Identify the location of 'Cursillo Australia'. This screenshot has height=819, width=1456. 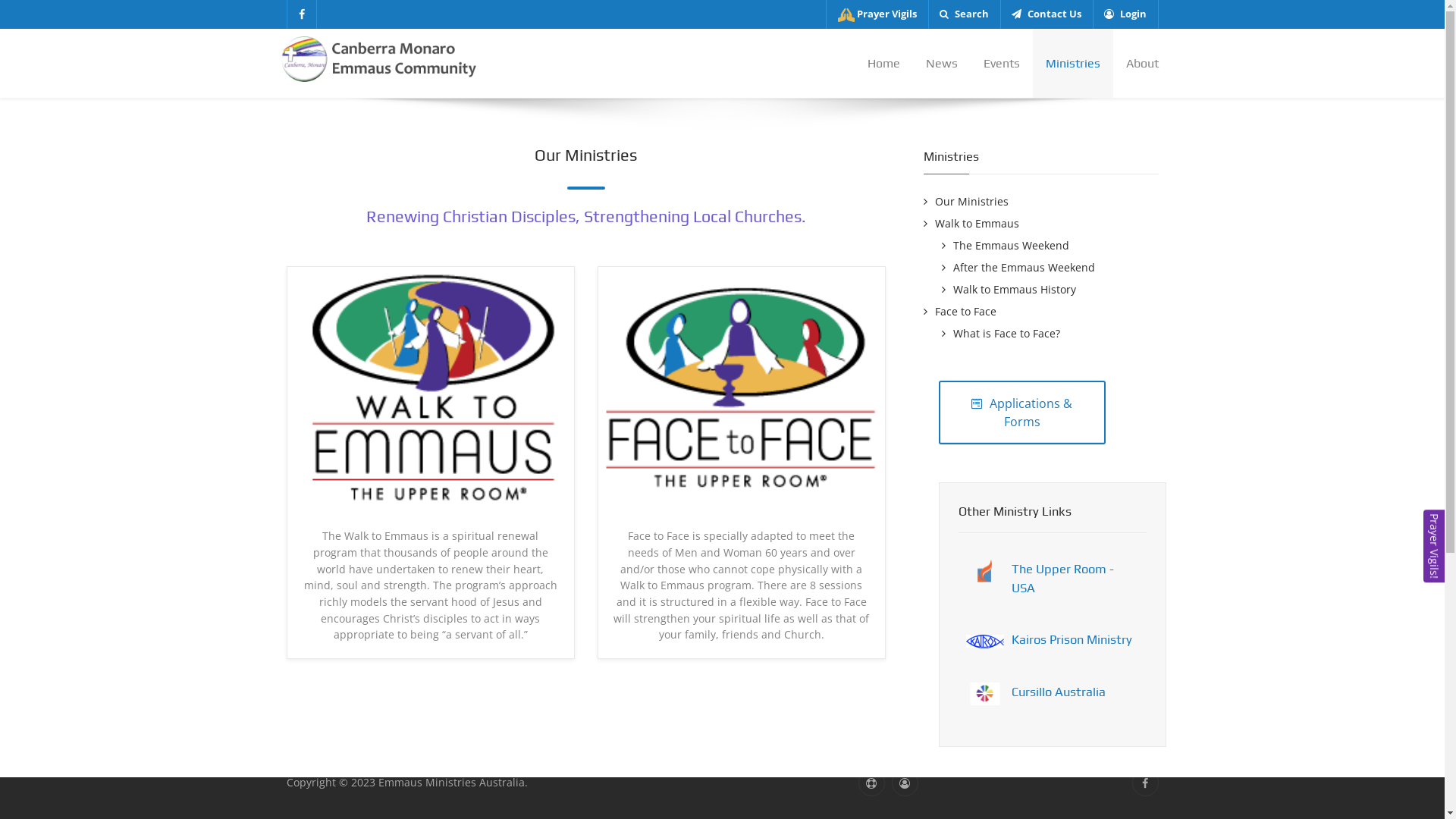
(1058, 691).